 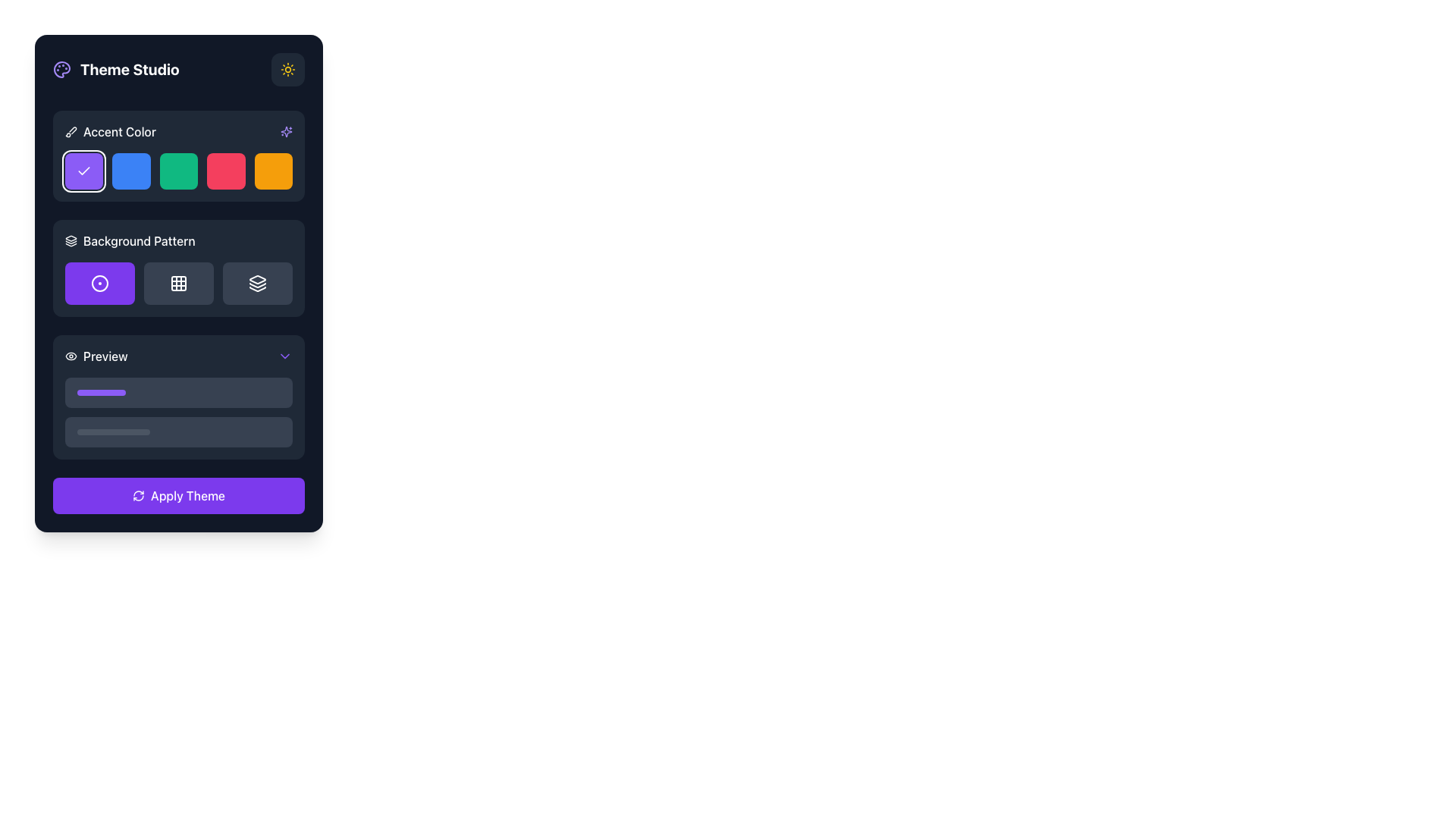 I want to click on the eye icon, so click(x=71, y=356).